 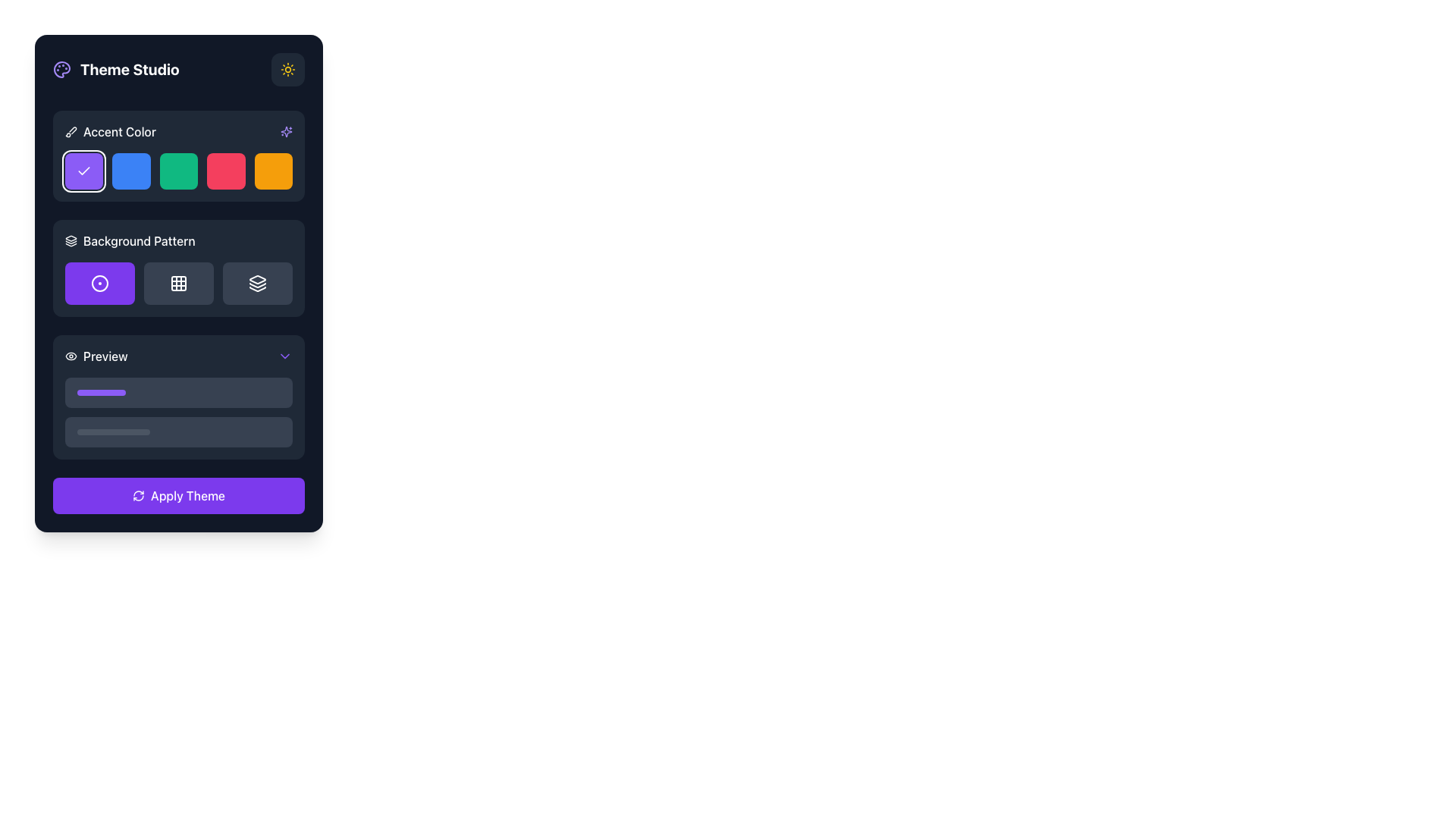 I want to click on the eye icon, so click(x=71, y=356).